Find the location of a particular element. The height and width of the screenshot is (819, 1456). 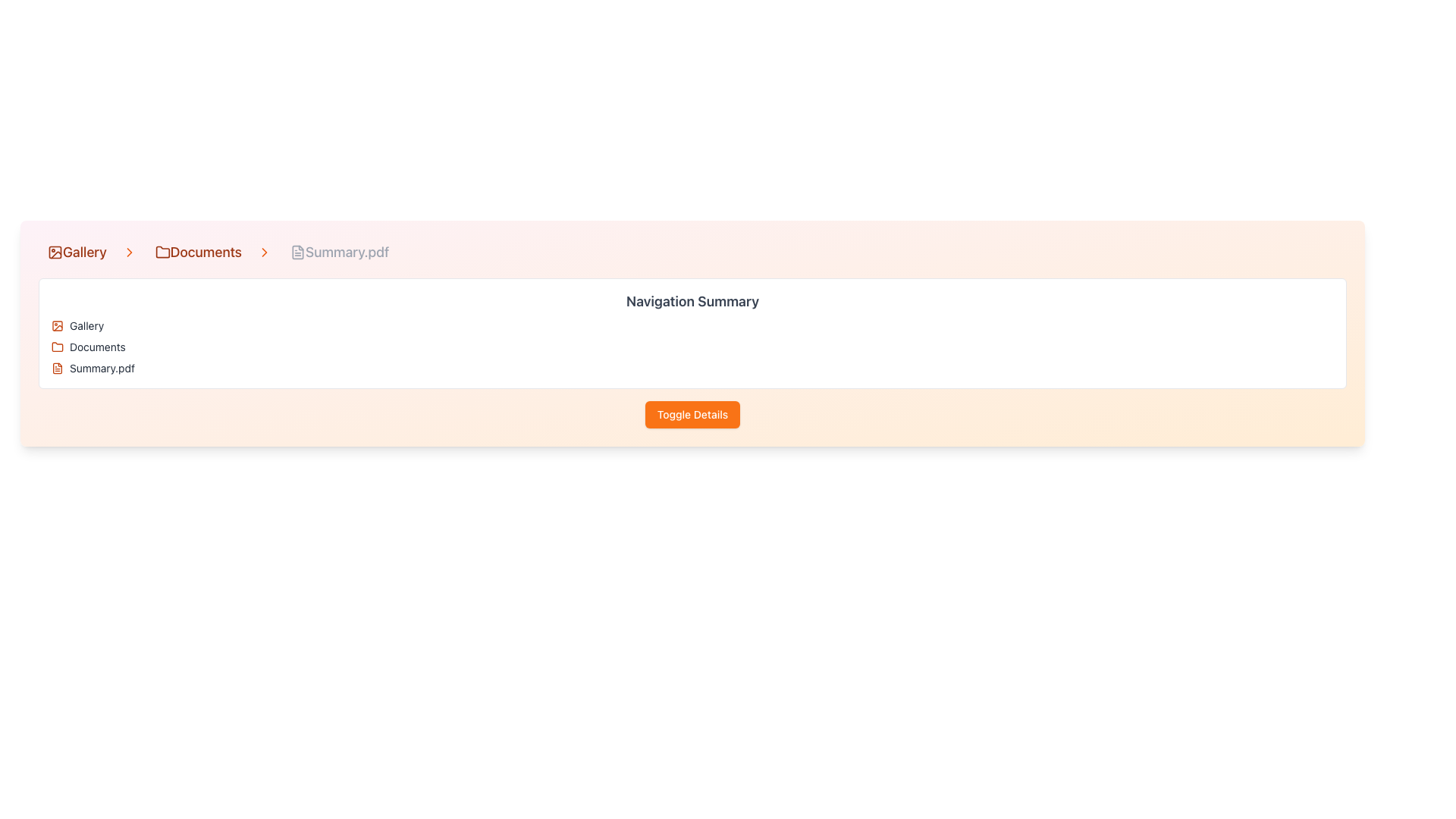

the orange chevron arrow icon pointing to the right, which is located in the breadcrumb navigation after the 'Documents' folder name is located at coordinates (265, 251).